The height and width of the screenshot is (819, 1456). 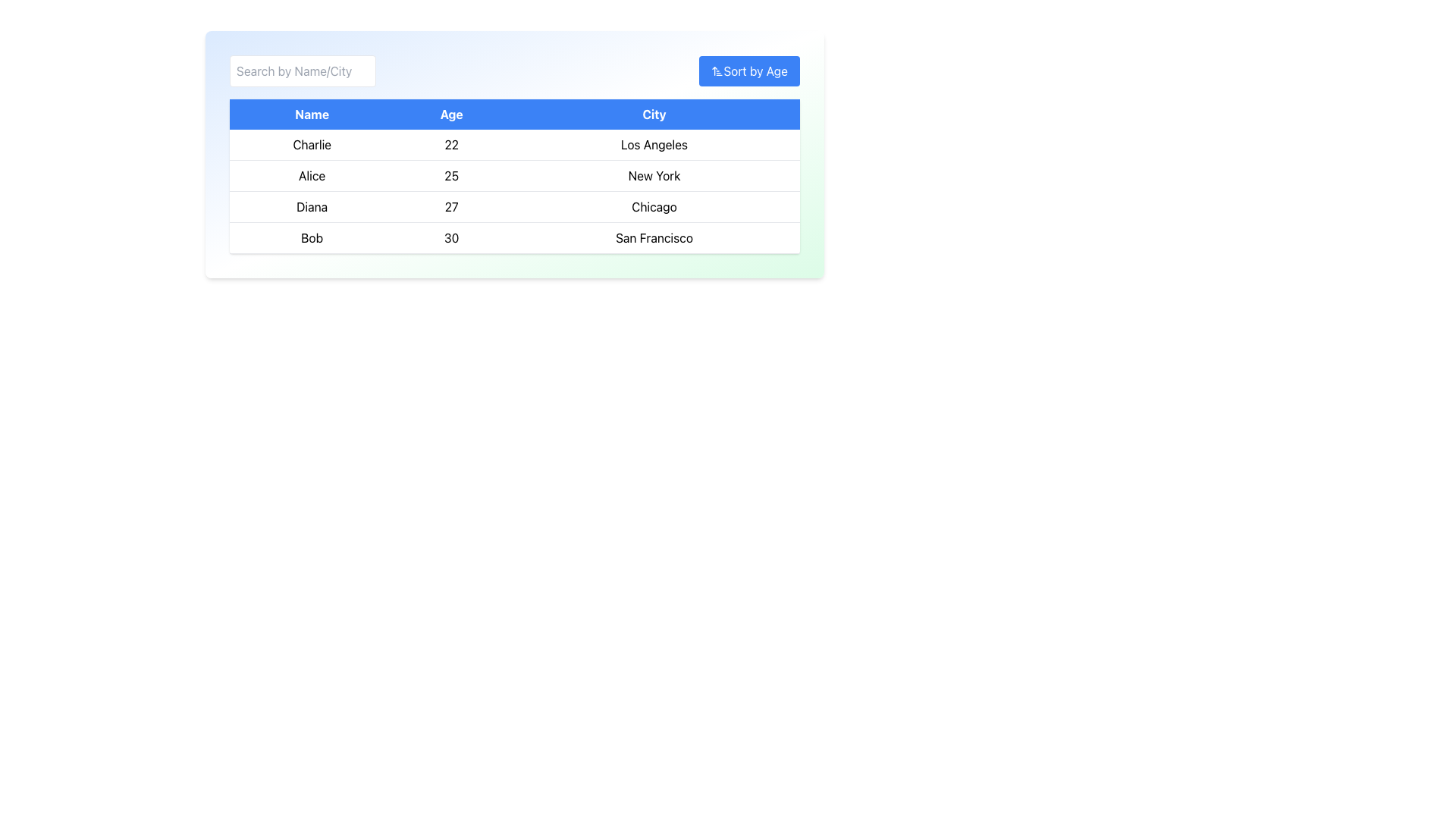 I want to click on the text label displaying the number '30' in bold black, located in the 'Age' column under the row labeled 'Bob', so click(x=450, y=237).